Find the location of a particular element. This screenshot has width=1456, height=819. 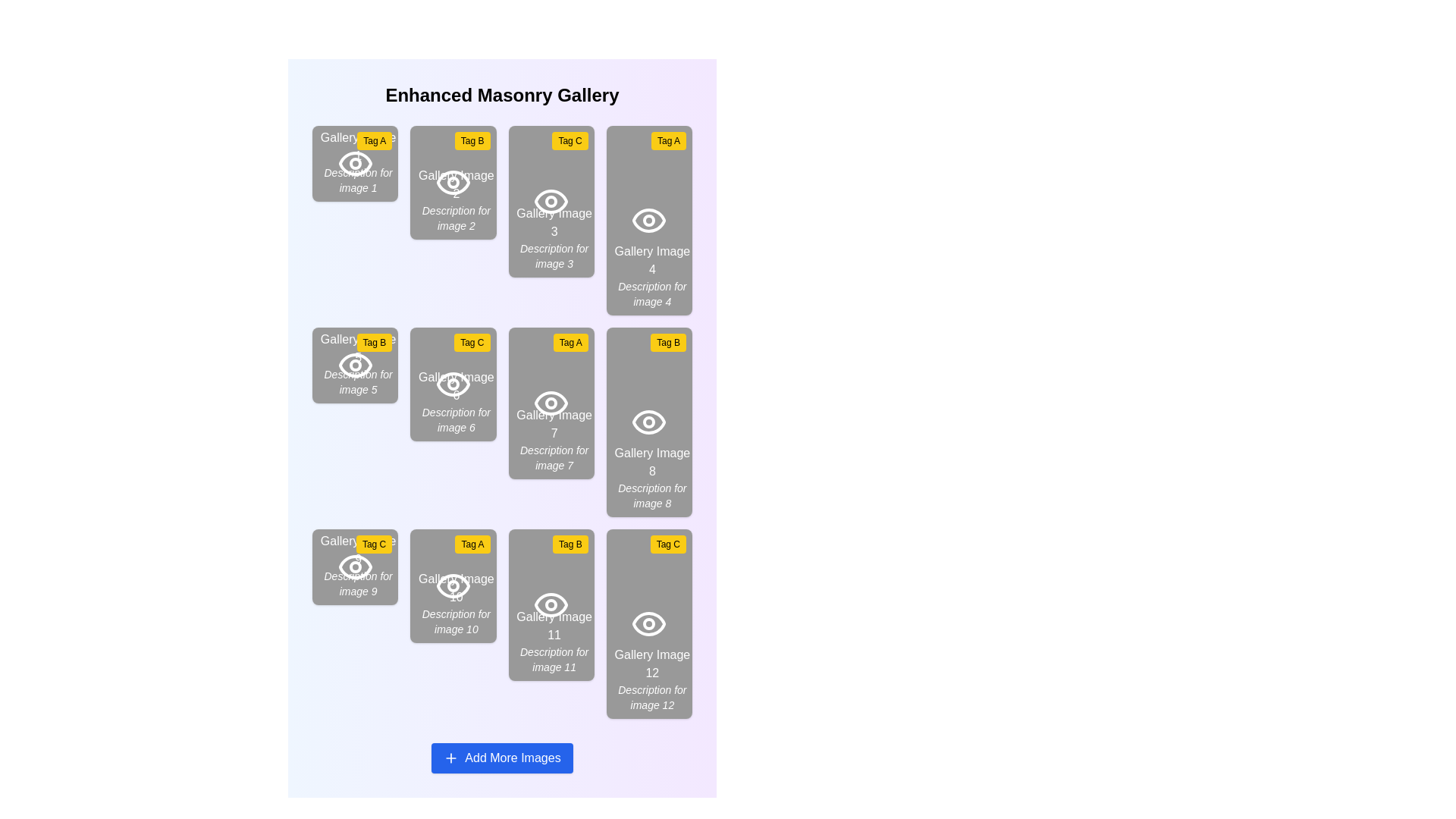

the icon button positioned at the center of the tile labeled 'Gallery Image 4', which serves as an indicator for interacting with the gallery image is located at coordinates (649, 220).